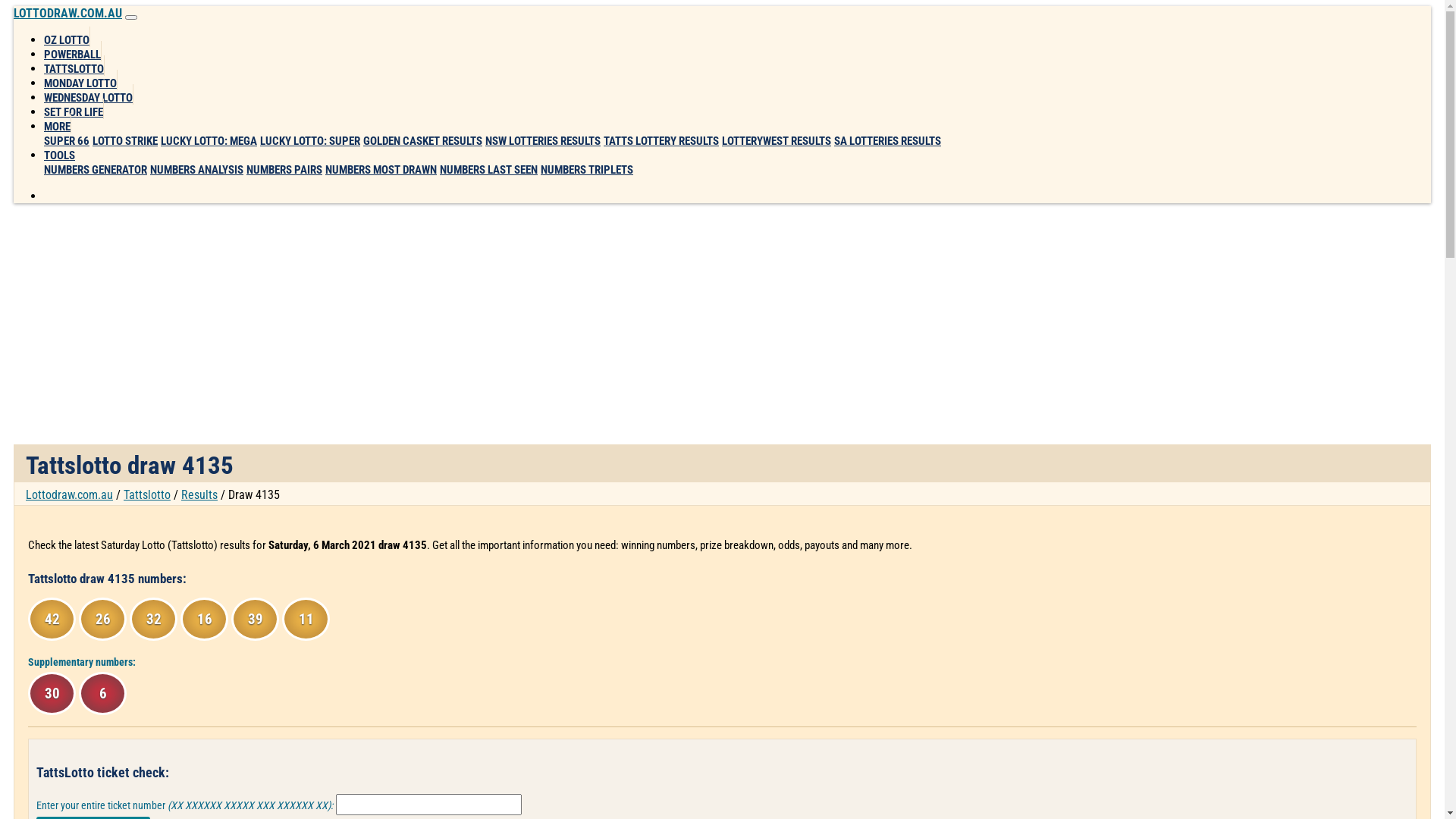  I want to click on 'LOTTODRAW.COM.AU', so click(67, 13).